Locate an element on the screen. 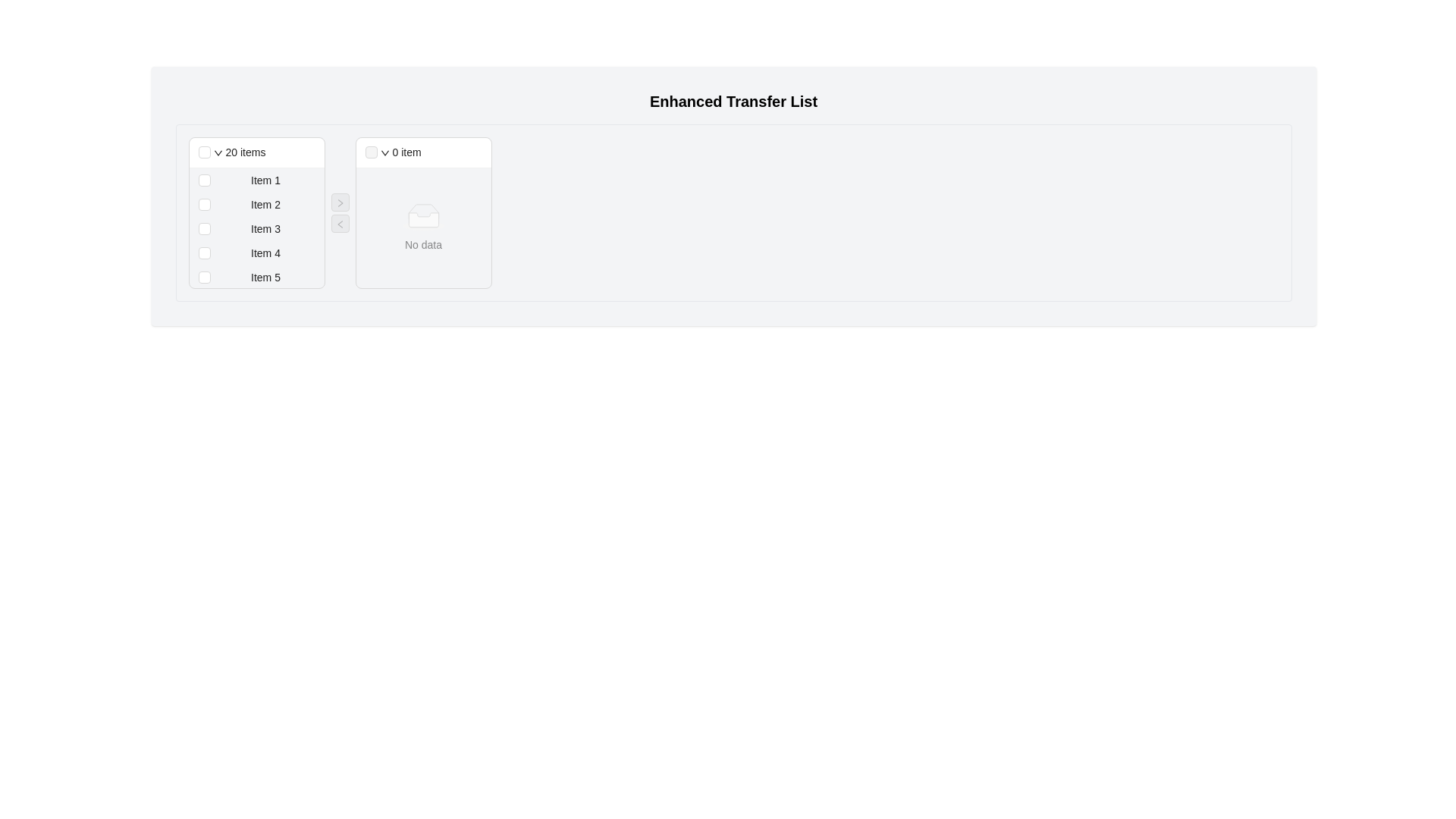 The height and width of the screenshot is (819, 1456). the text label located in the left panel beneath the '20 items' header, which is the first item in the vertical stack of the transfer list interface is located at coordinates (265, 180).